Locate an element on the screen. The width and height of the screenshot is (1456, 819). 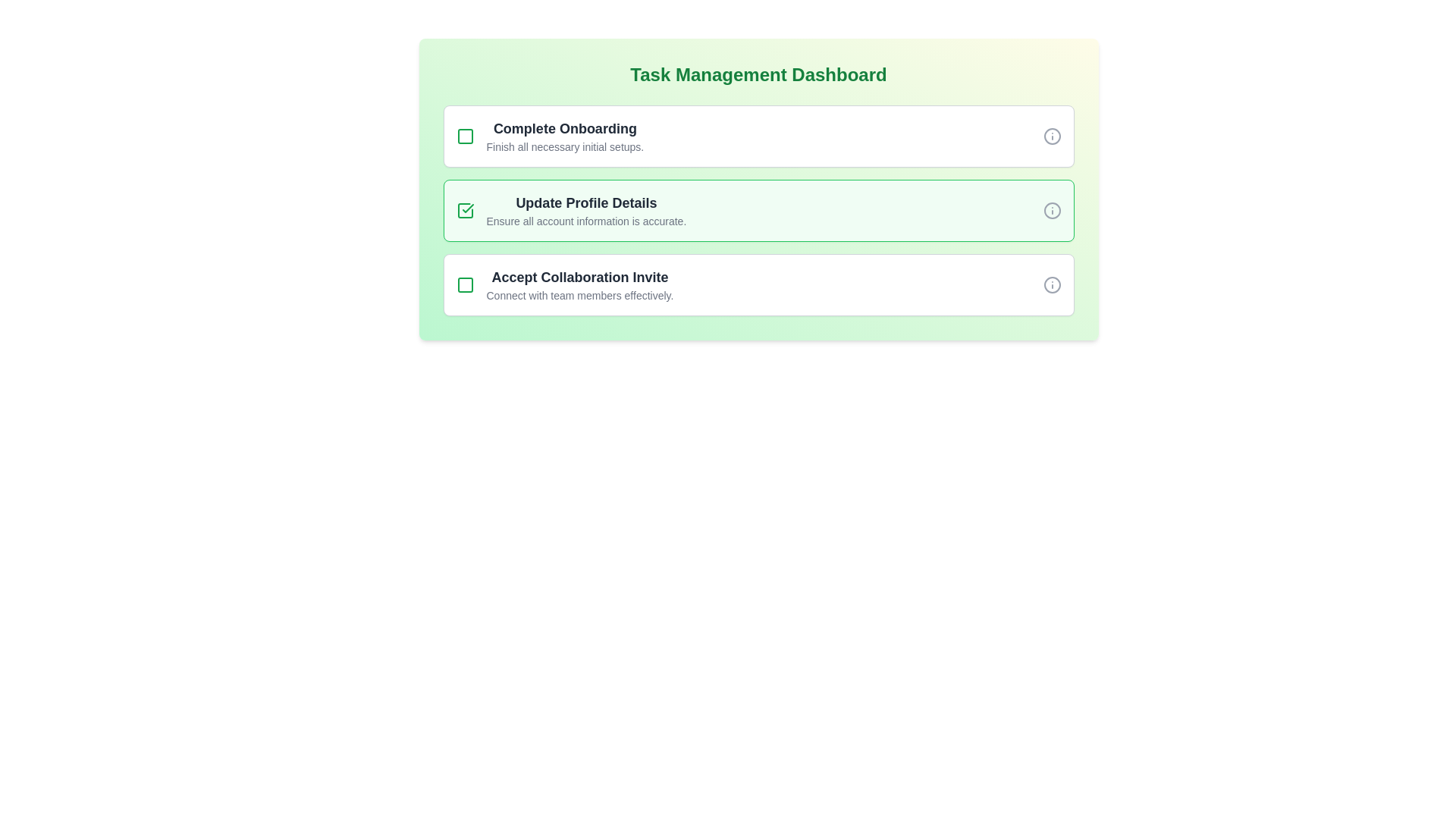
the unchecked task graphic icon (SVG square) located within the third task card titled 'Accept Collaboration Invite.' is located at coordinates (464, 284).